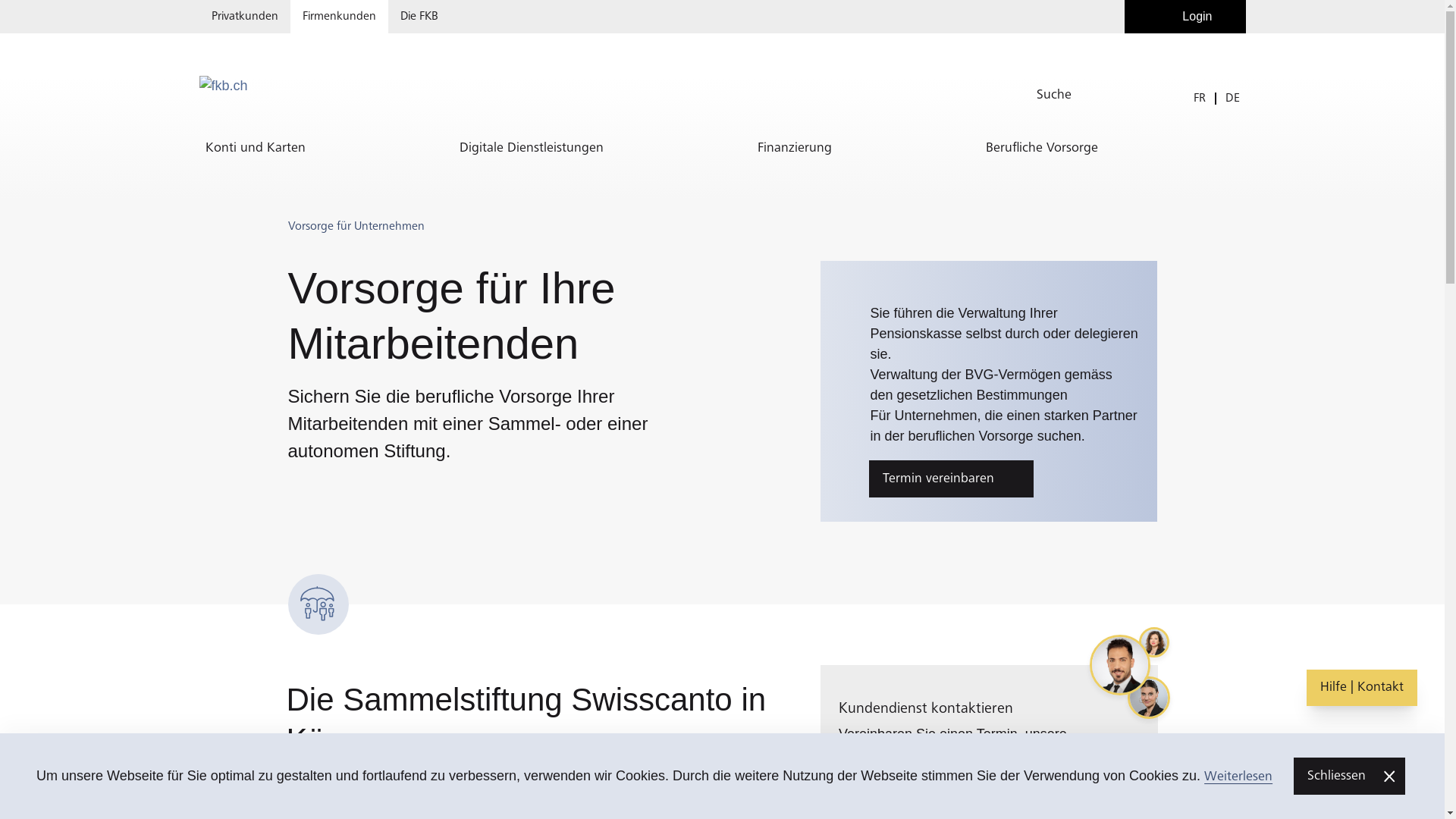 This screenshot has height=819, width=1456. I want to click on 'Schliessen', so click(1349, 776).